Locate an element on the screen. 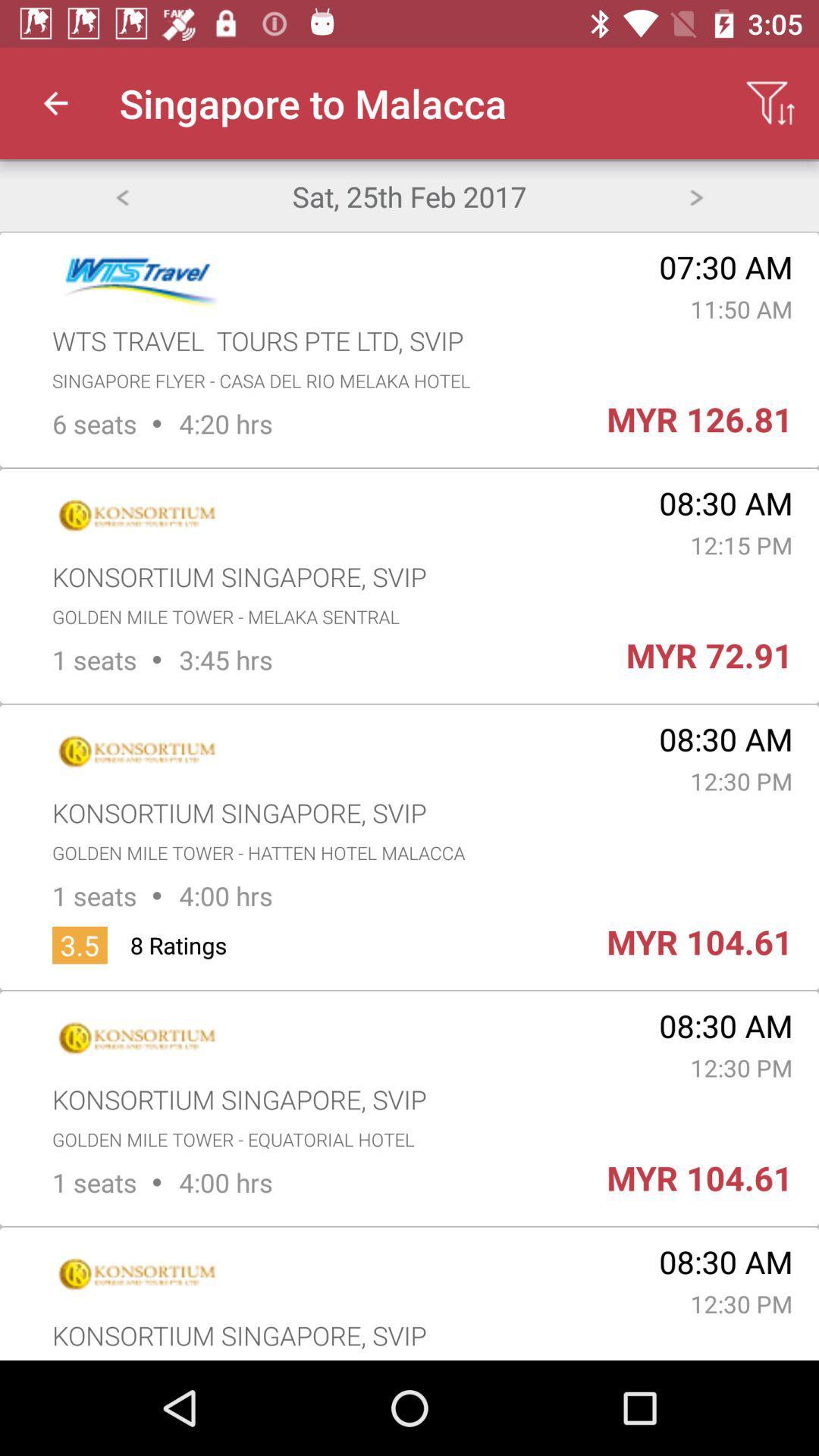 The width and height of the screenshot is (819, 1456). item next to sat 25th feb item is located at coordinates (696, 195).